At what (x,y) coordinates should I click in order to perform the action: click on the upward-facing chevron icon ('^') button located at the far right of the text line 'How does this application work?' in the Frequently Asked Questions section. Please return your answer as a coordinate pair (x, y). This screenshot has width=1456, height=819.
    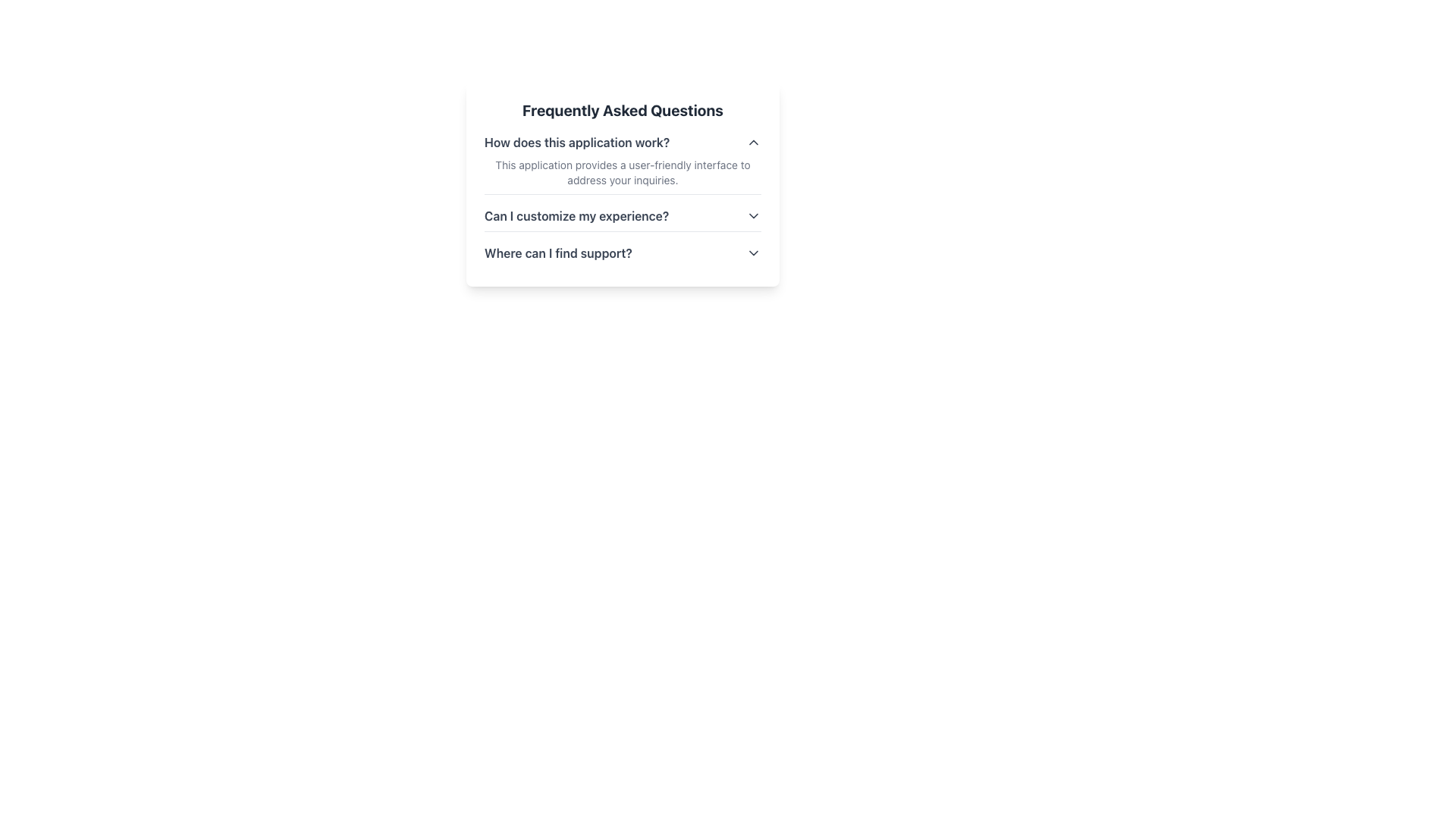
    Looking at the image, I should click on (753, 143).